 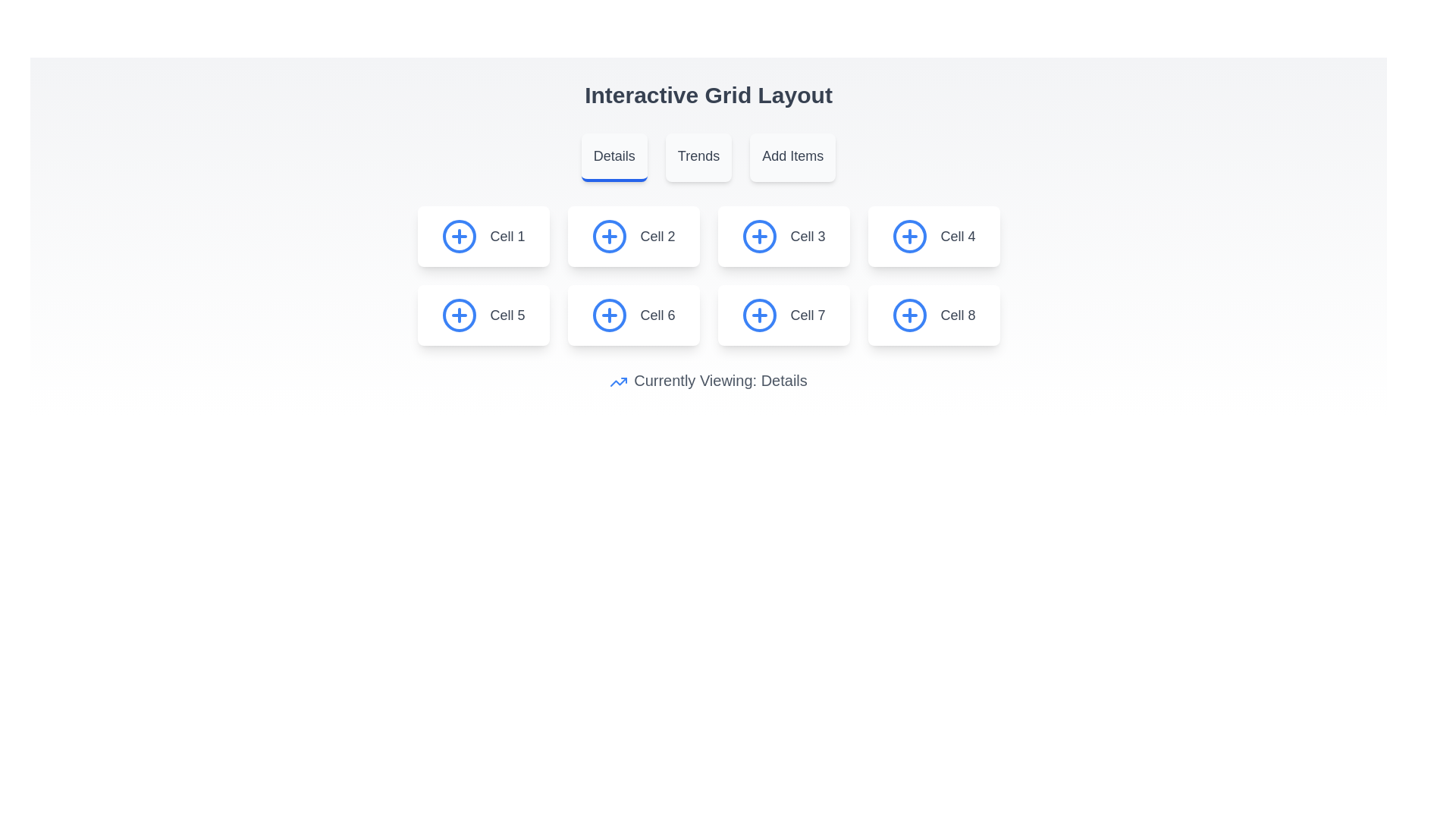 I want to click on the primary button located in the top-right cell of the grid layout, which is associated with the 'Cell 4' functionality, so click(x=910, y=237).